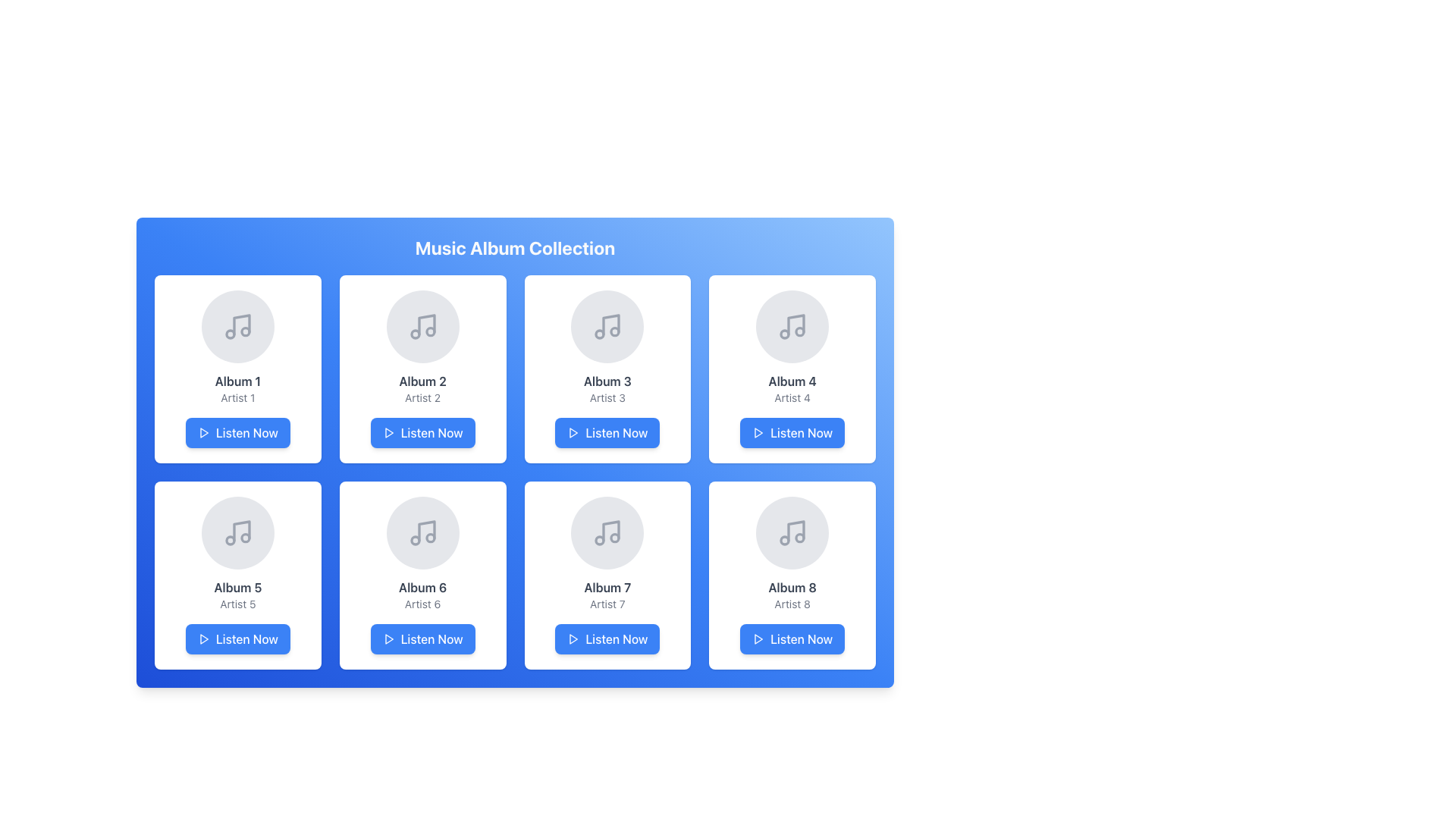  Describe the element at coordinates (785, 333) in the screenshot. I see `the circular graphical representation with a gray outer boundary located in the music icon for 'Album 4' in the top-right section of the album card grid` at that location.